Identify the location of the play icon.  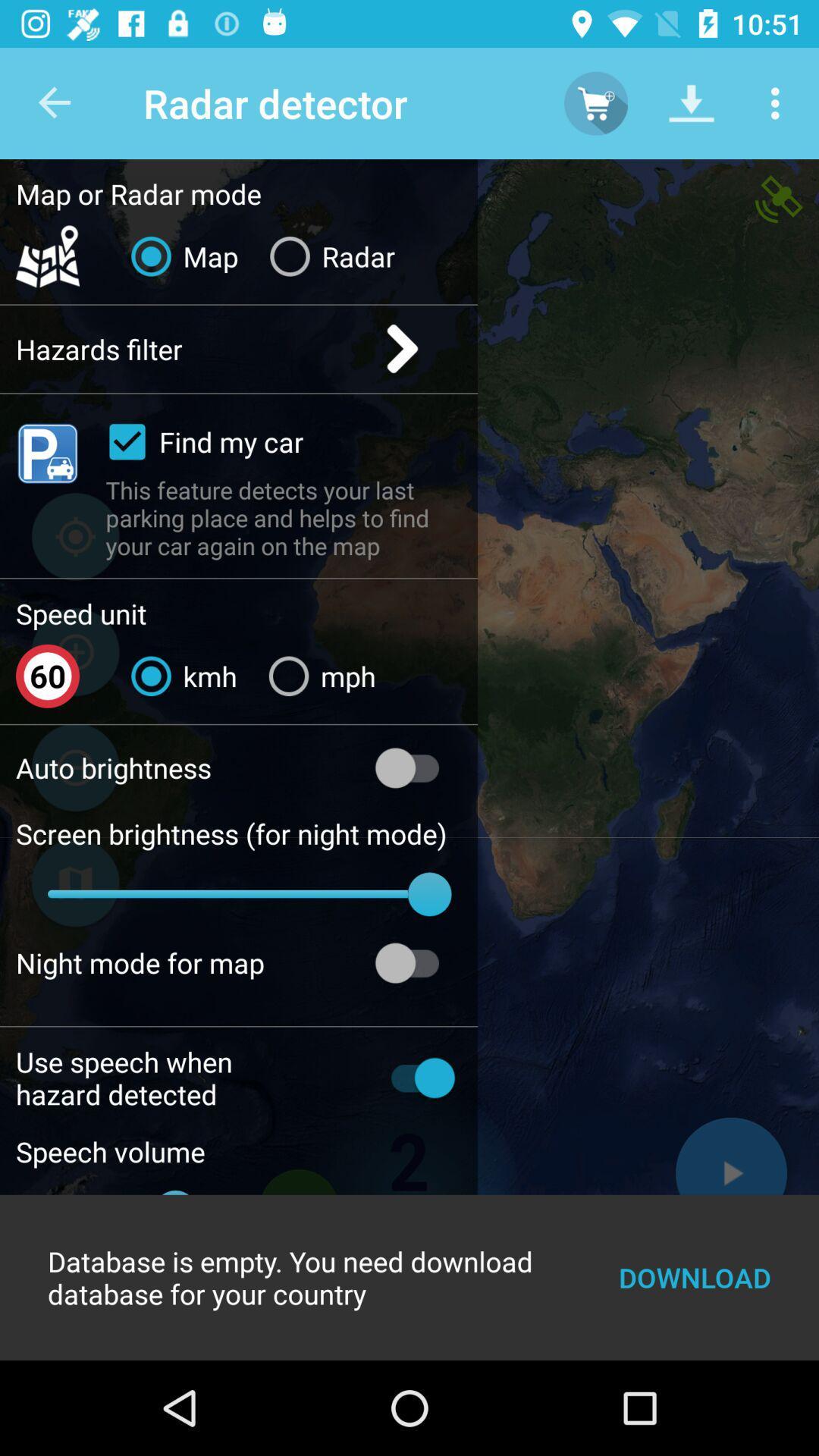
(730, 1172).